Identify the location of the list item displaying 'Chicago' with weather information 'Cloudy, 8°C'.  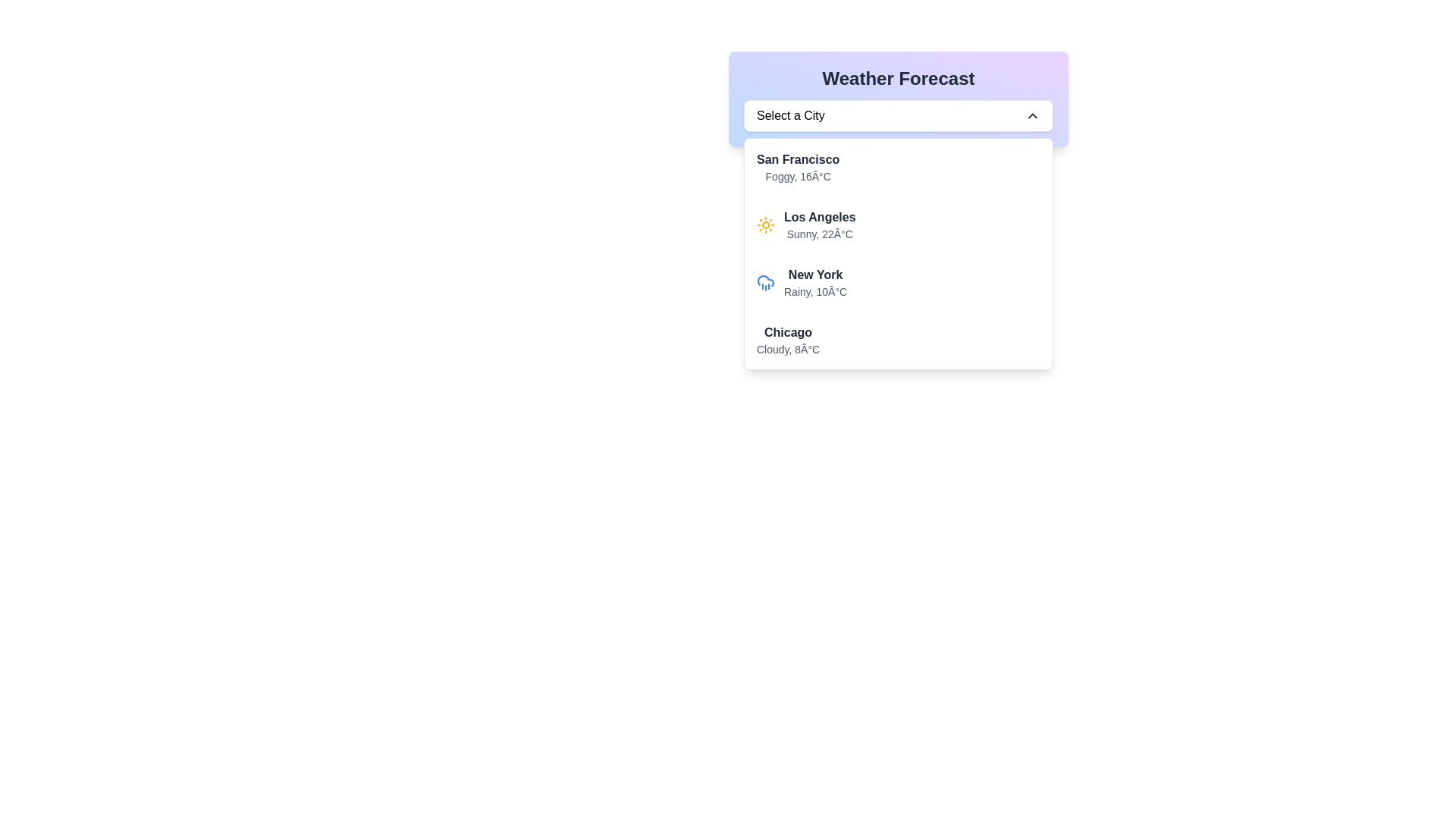
(899, 339).